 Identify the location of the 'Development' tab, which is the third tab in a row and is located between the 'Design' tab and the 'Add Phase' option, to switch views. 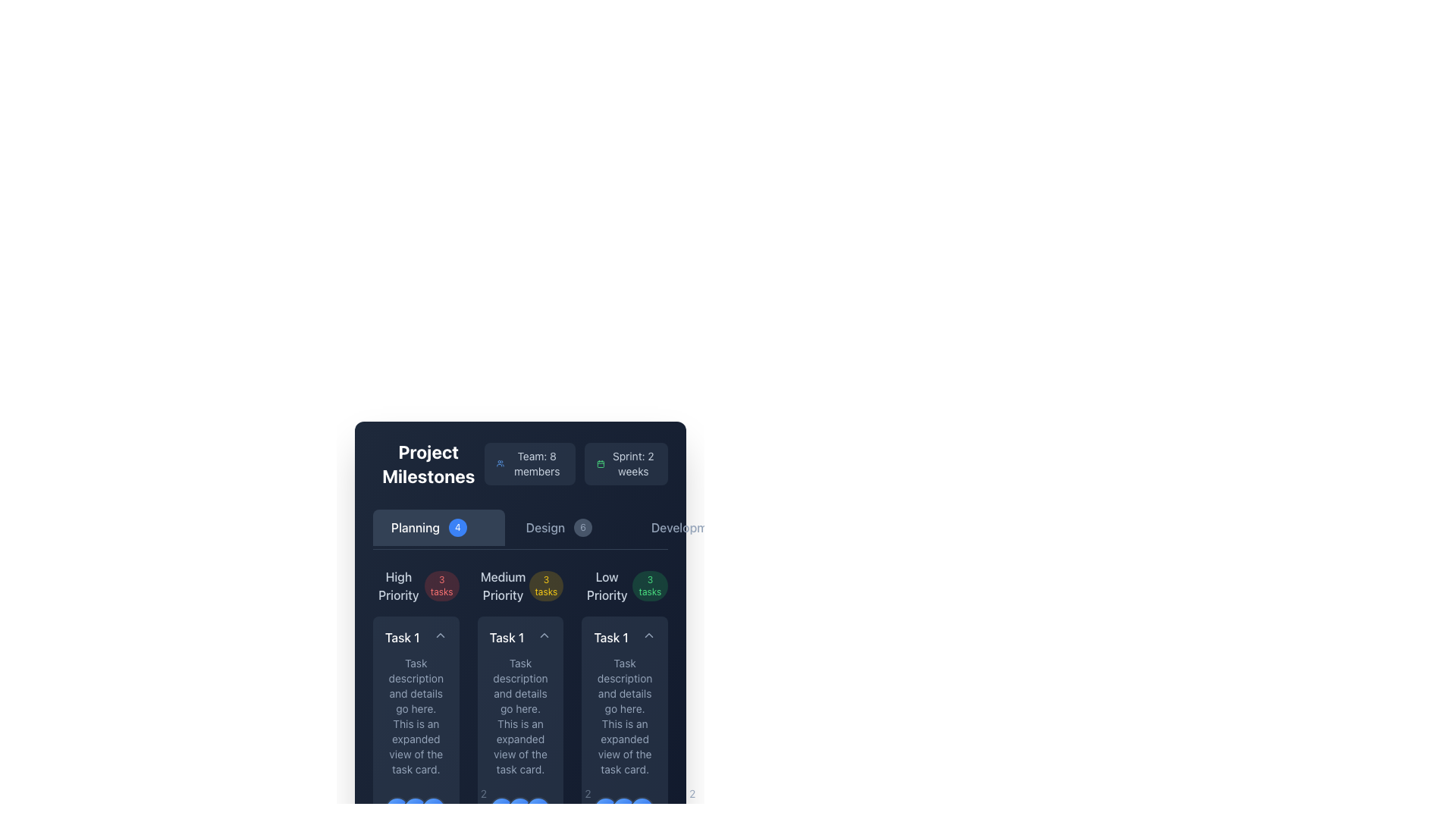
(710, 526).